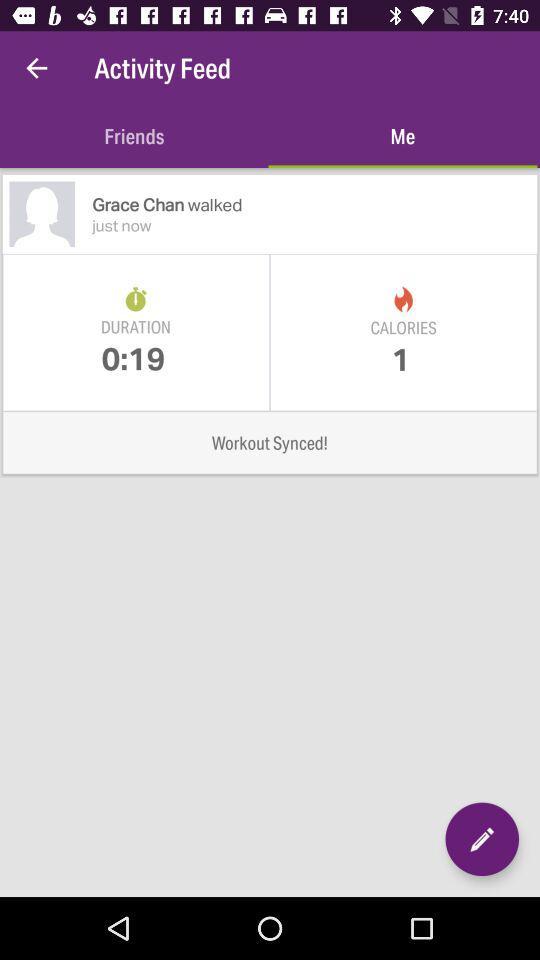  What do you see at coordinates (481, 839) in the screenshot?
I see `activity` at bounding box center [481, 839].